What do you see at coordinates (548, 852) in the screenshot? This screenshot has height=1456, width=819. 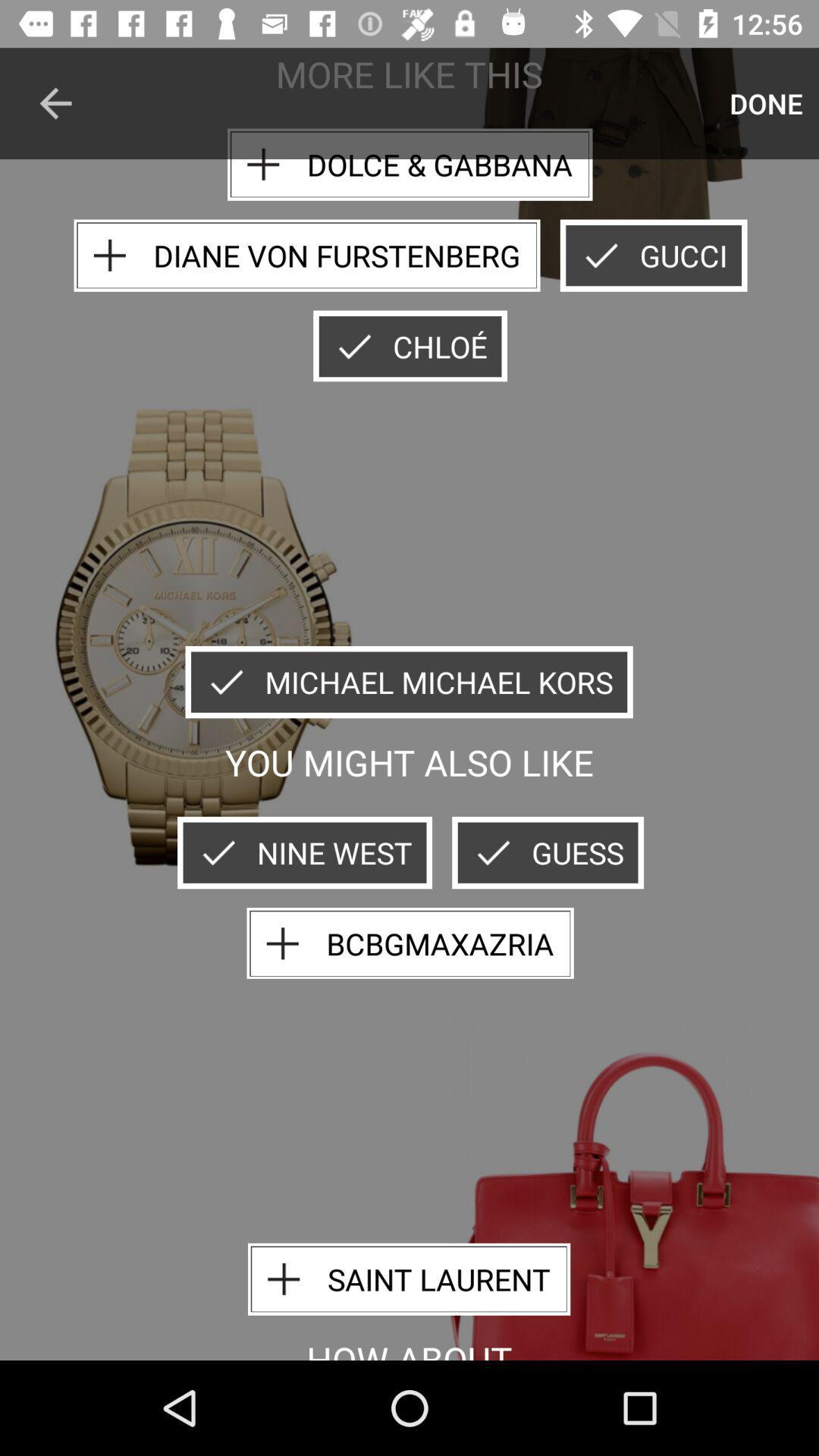 I see `item above the bcbgmaxazria` at bounding box center [548, 852].